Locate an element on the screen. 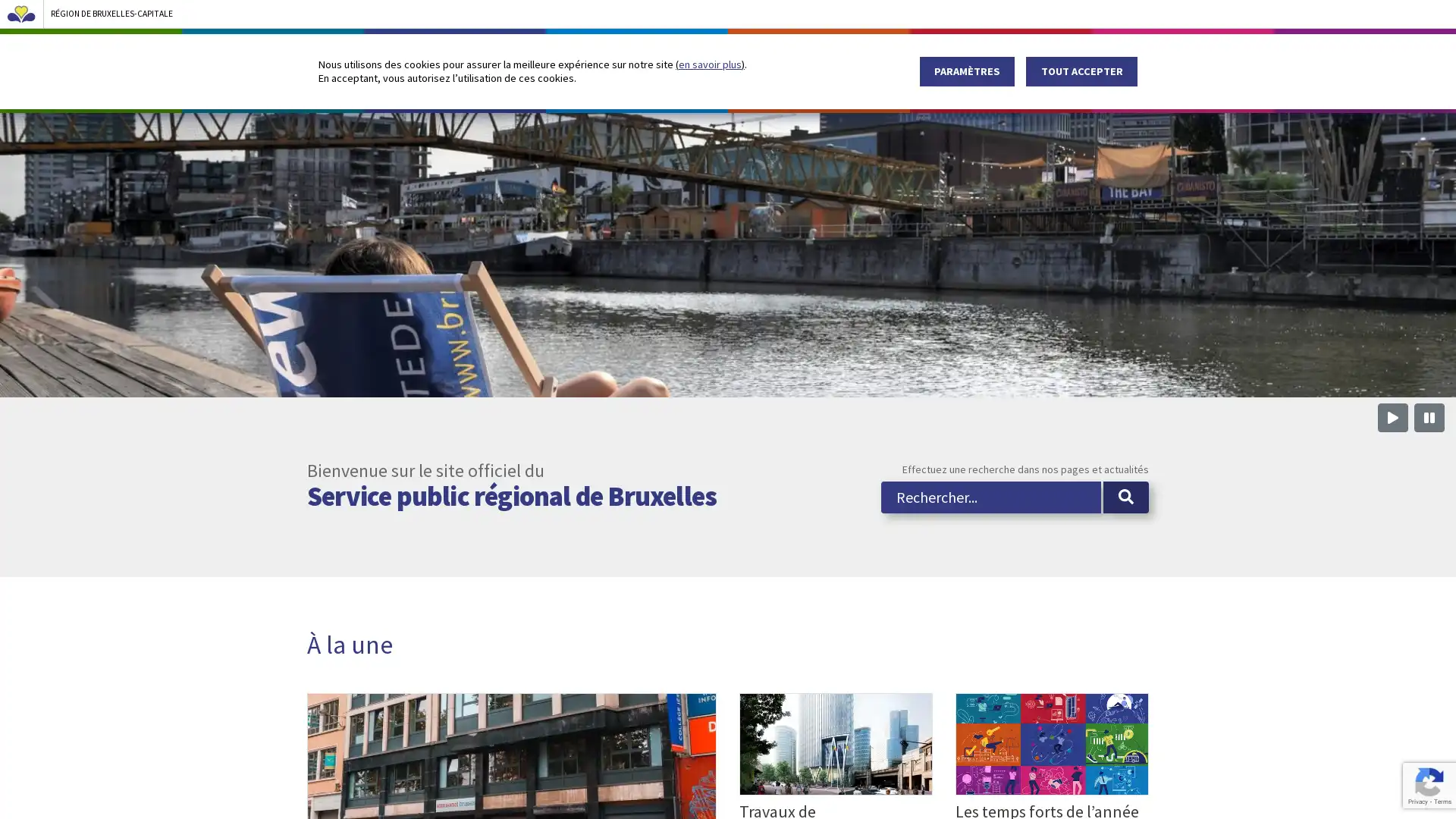 The width and height of the screenshot is (1456, 819). TOUT ACCEPTER is located at coordinates (1081, 71).